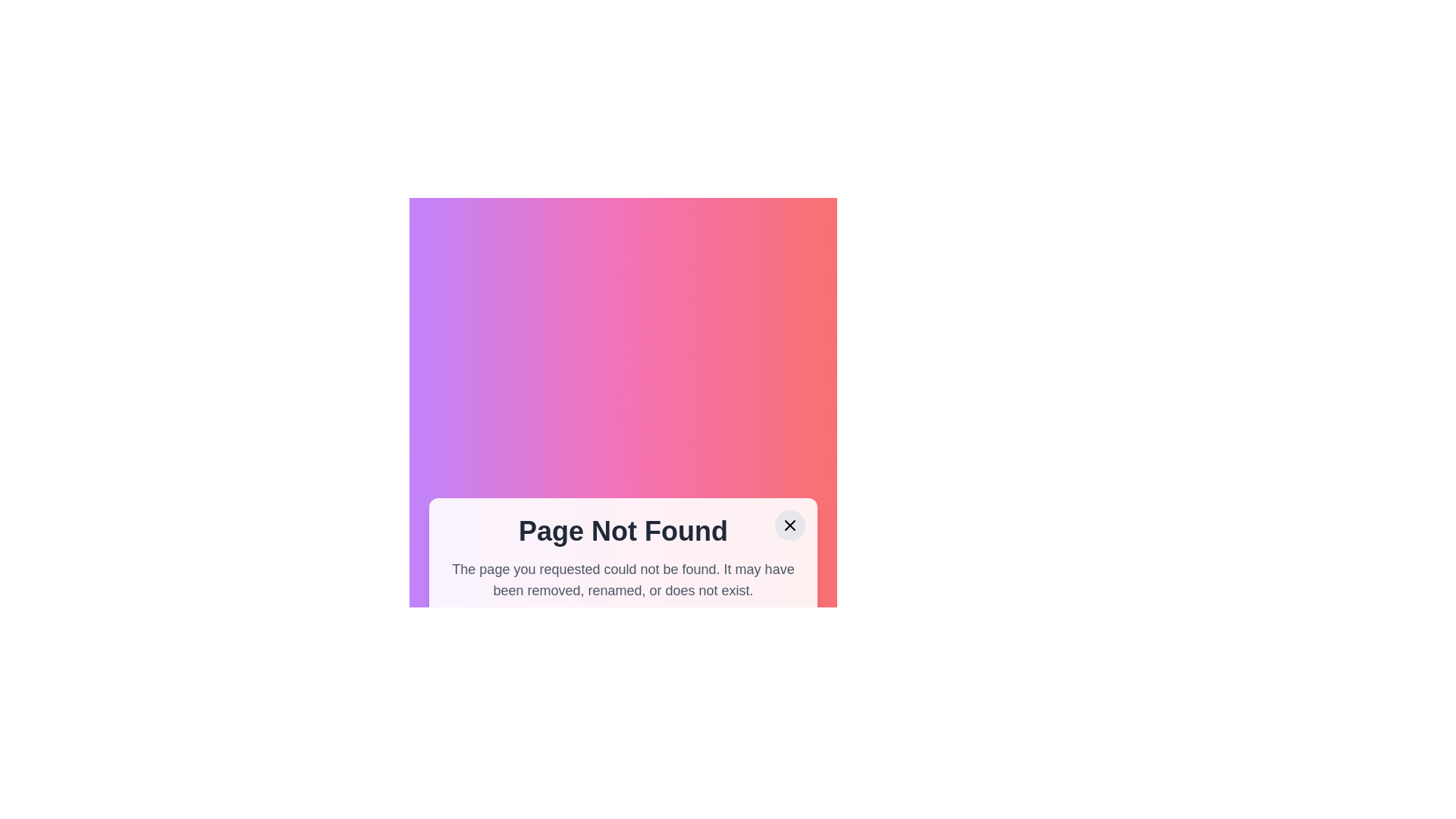  I want to click on information displayed in the 'Page Not Found' modal dialog box, which includes the title and descriptive message, so click(623, 581).